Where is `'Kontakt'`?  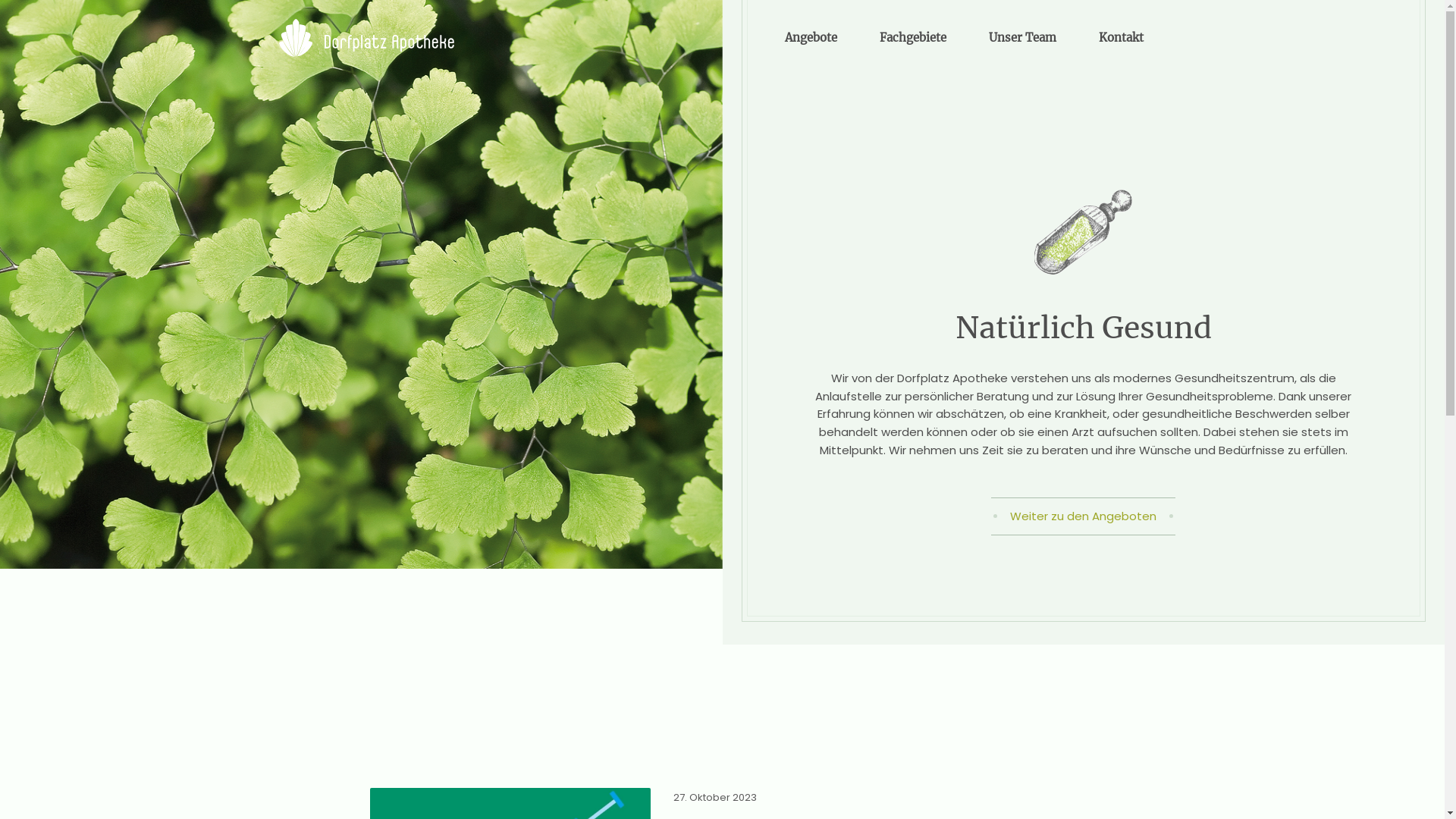
'Kontakt' is located at coordinates (1077, 37).